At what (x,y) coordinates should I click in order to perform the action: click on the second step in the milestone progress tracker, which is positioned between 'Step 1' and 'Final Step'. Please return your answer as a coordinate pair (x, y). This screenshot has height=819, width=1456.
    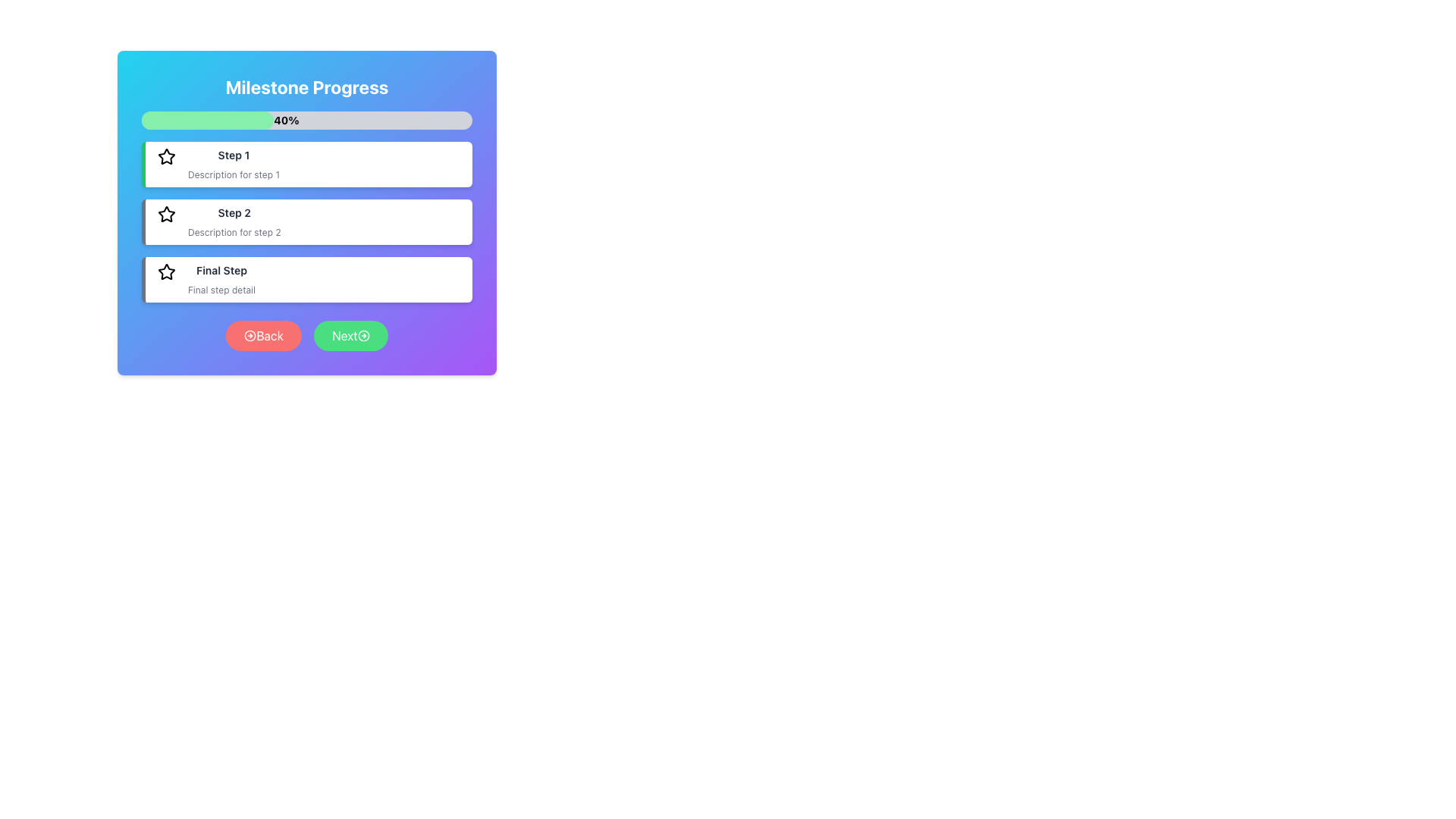
    Looking at the image, I should click on (306, 213).